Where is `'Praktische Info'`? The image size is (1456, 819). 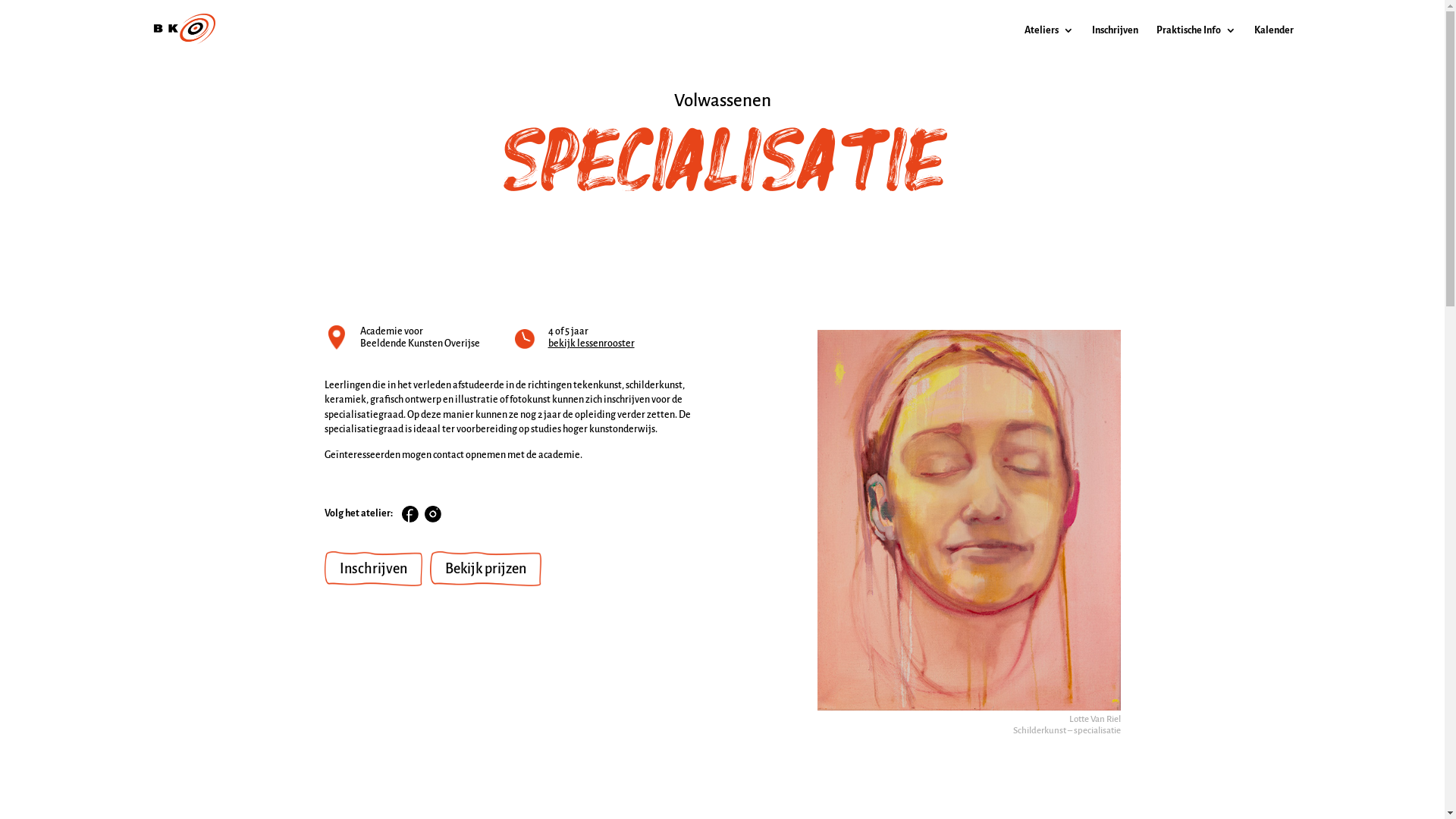 'Praktische Info' is located at coordinates (1154, 42).